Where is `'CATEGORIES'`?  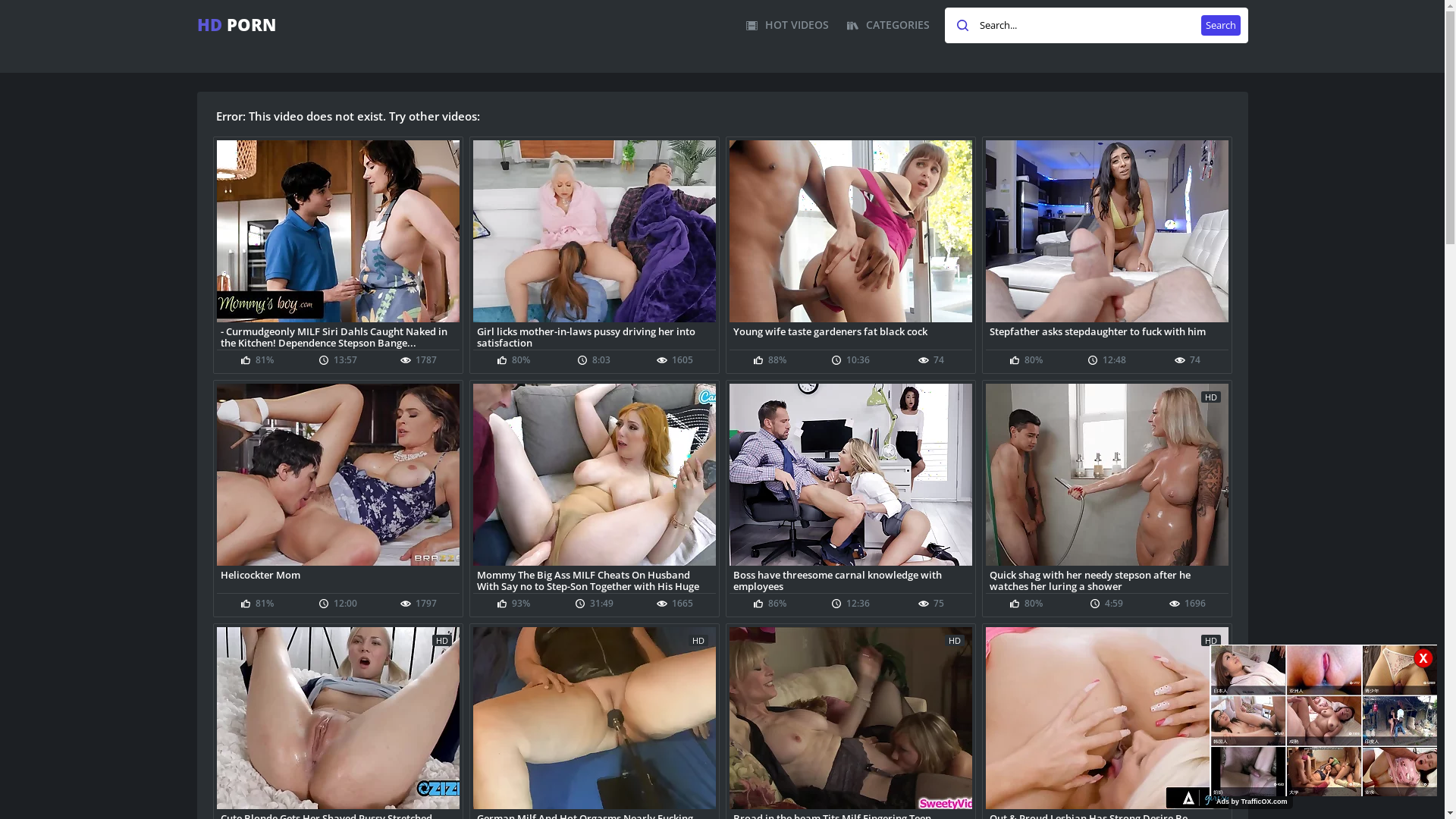
'CATEGORIES' is located at coordinates (887, 25).